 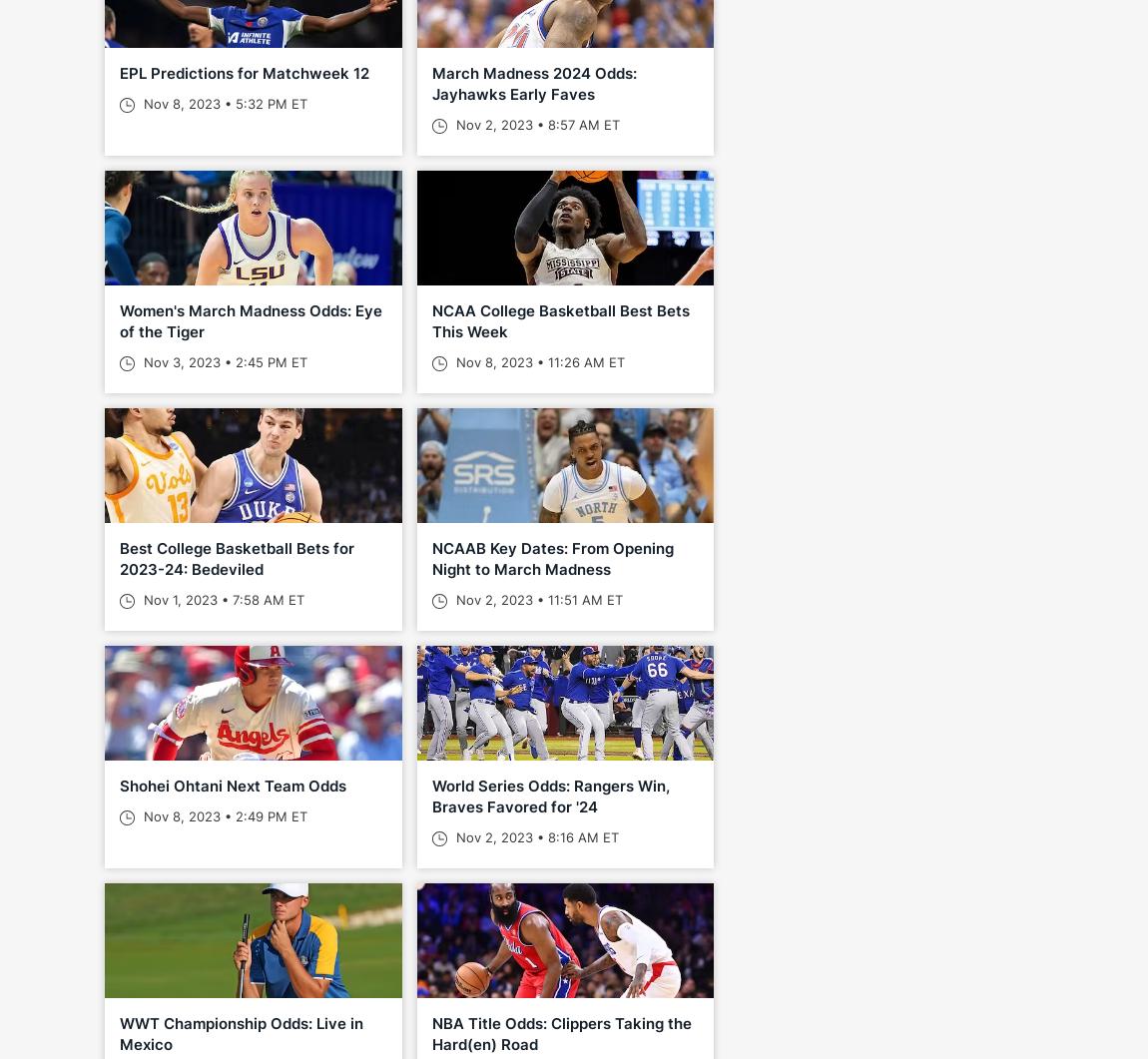 What do you see at coordinates (223, 361) in the screenshot?
I see `'Nov 3, 2023 • 2:45 PM ET'` at bounding box center [223, 361].